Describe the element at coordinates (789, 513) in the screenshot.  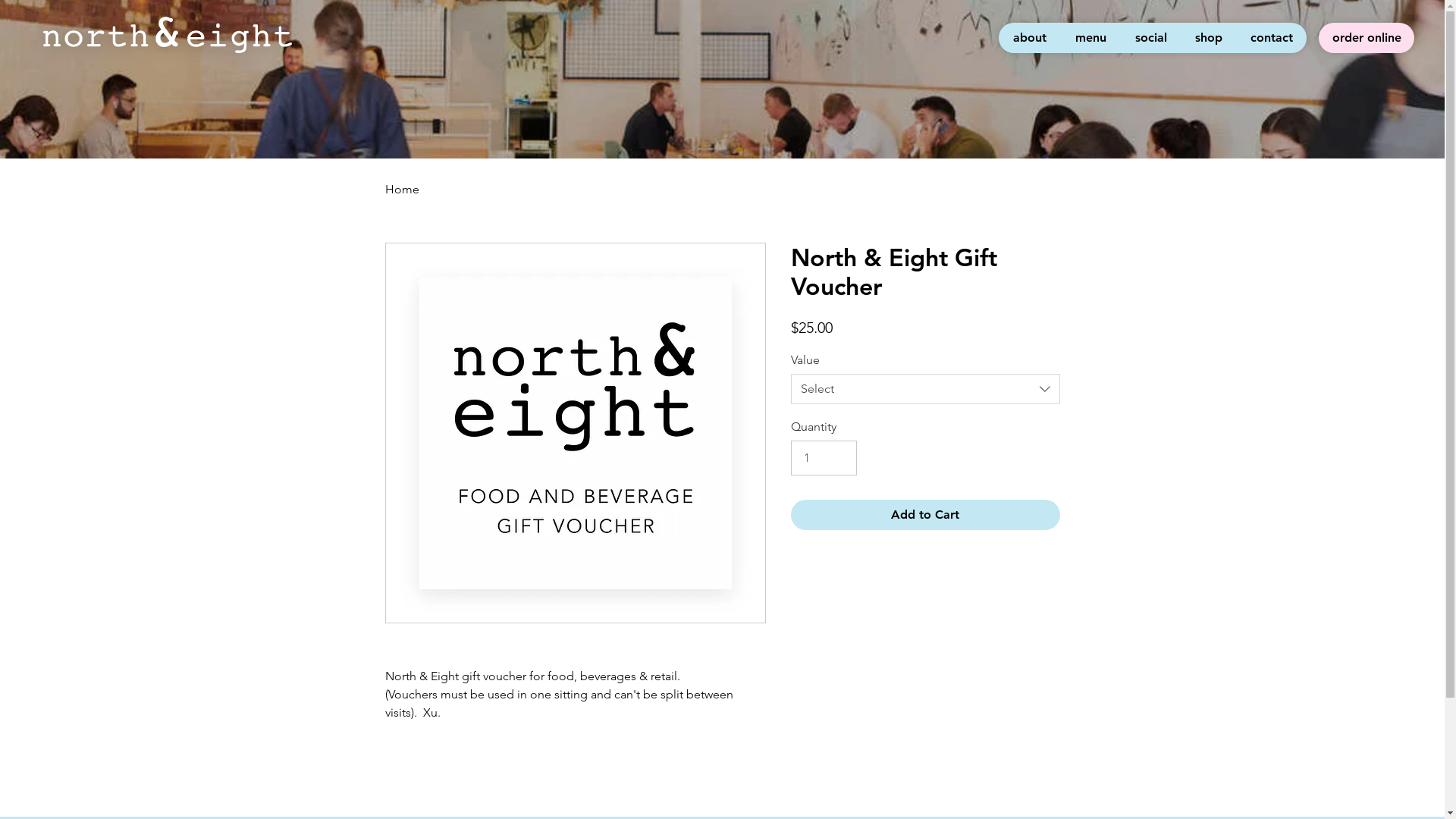
I see `'Add to Cart'` at that location.